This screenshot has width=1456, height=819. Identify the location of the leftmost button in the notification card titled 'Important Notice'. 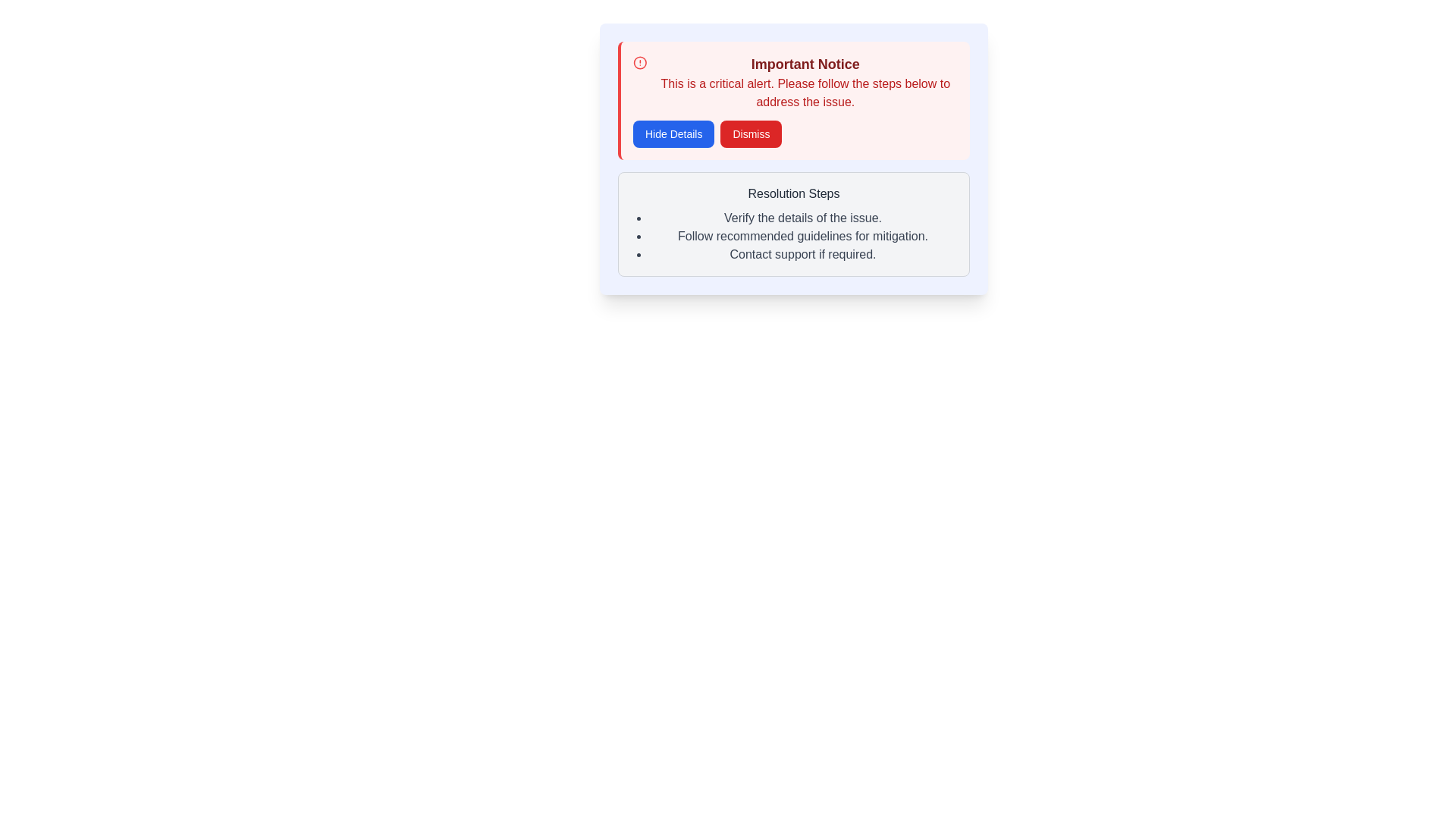
(673, 133).